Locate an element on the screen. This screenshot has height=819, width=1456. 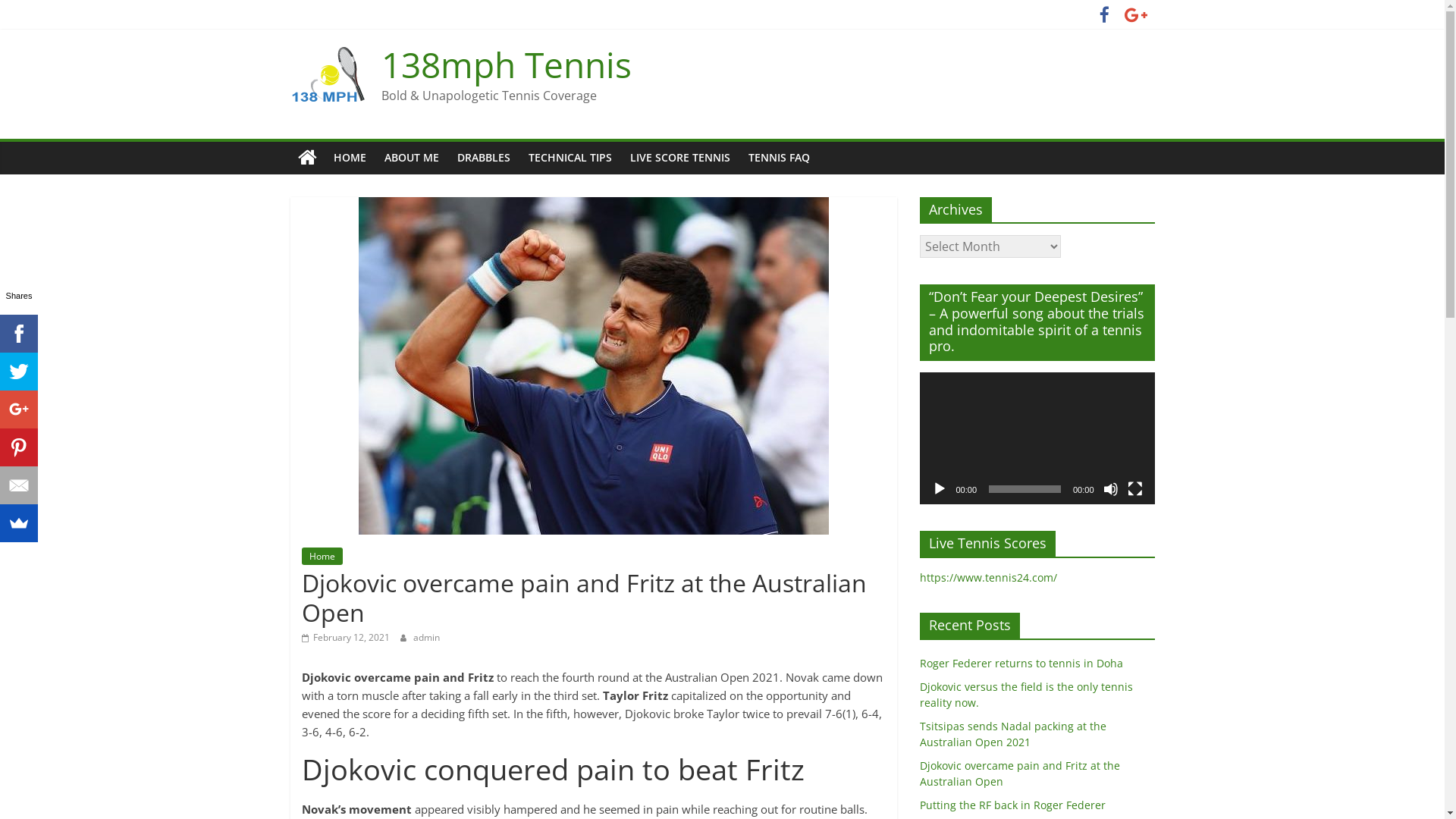
'TENNIS FAQ' is located at coordinates (778, 158).